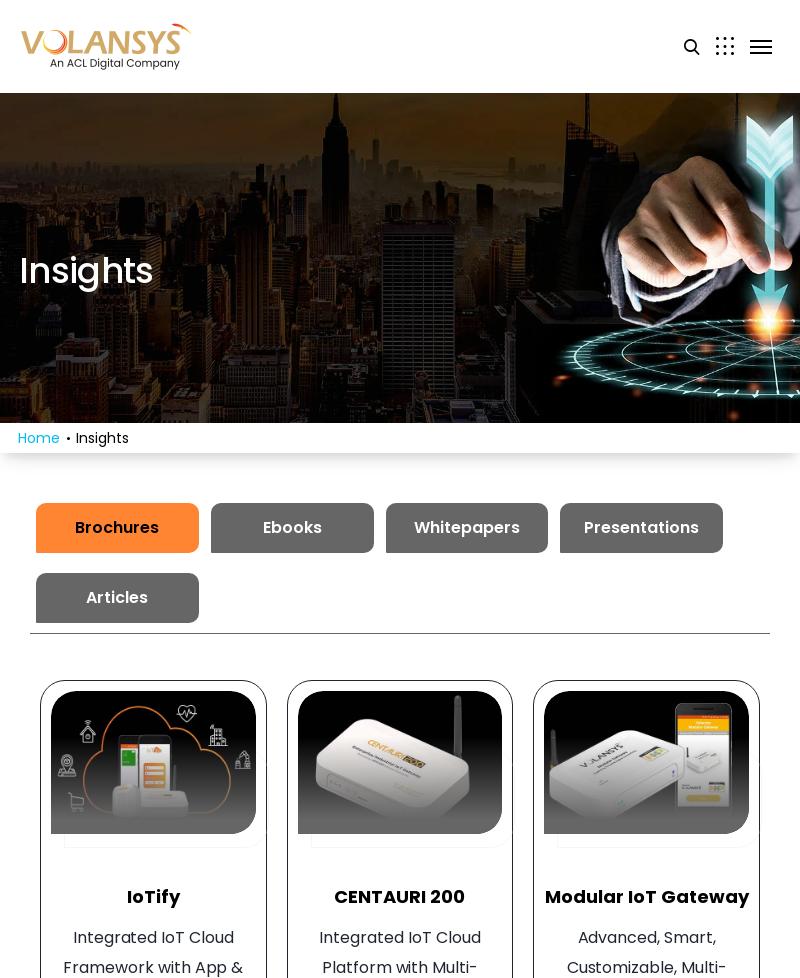 This screenshot has height=978, width=800. I want to click on 'Modular IoT Gateway', so click(645, 895).